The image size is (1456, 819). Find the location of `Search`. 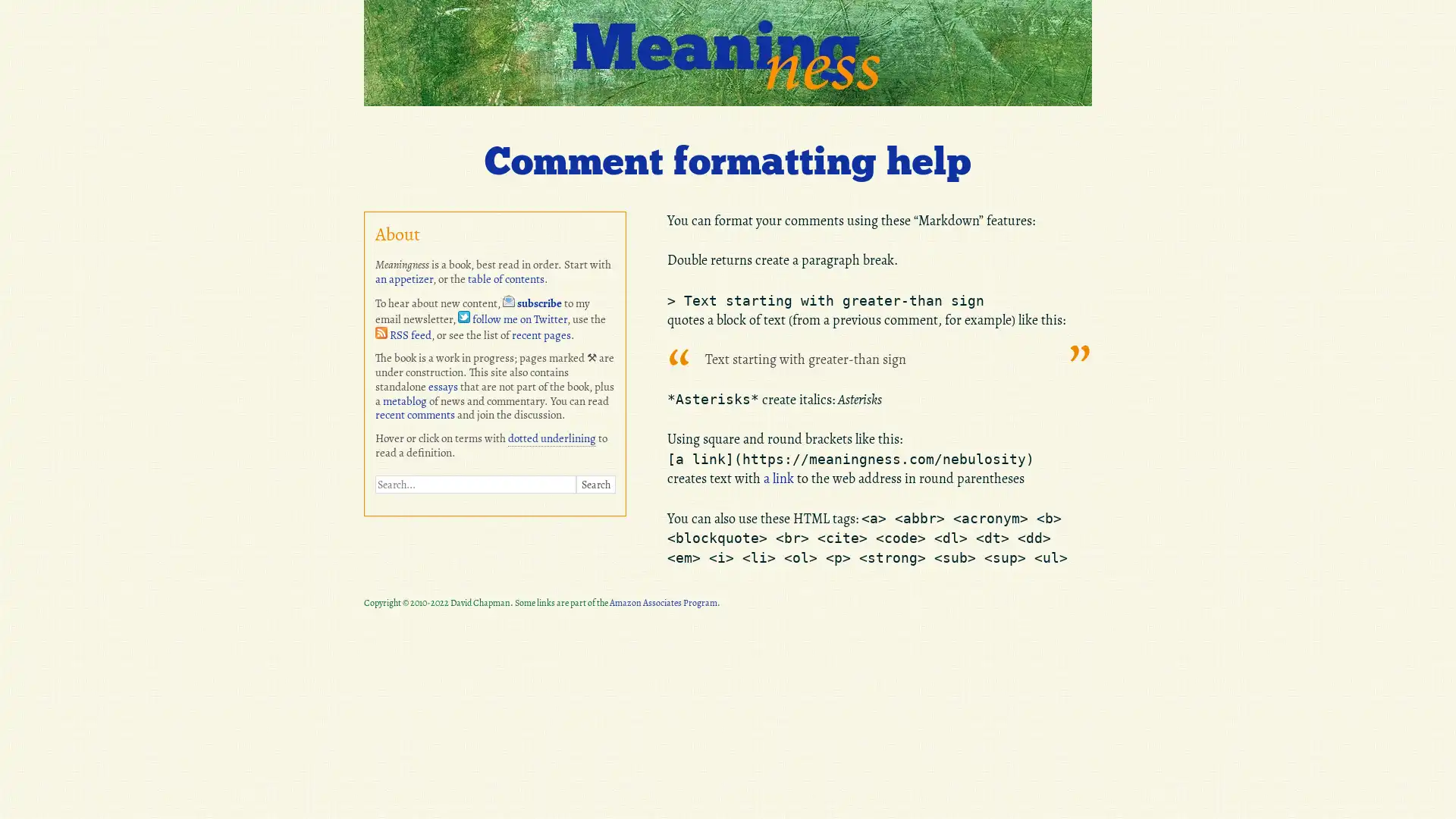

Search is located at coordinates (595, 485).